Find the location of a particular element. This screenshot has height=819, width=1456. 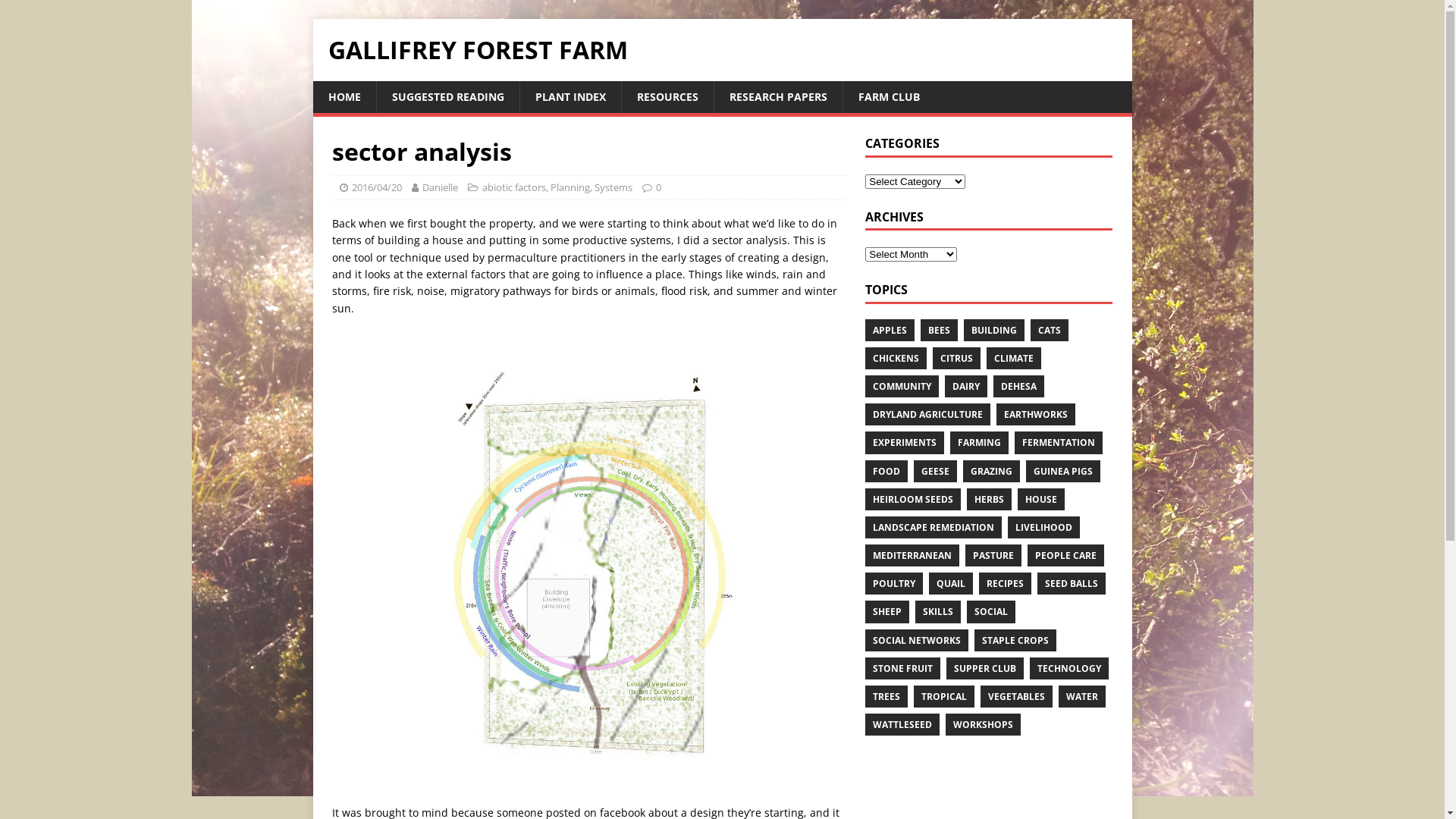

'DEHESA' is located at coordinates (993, 385).